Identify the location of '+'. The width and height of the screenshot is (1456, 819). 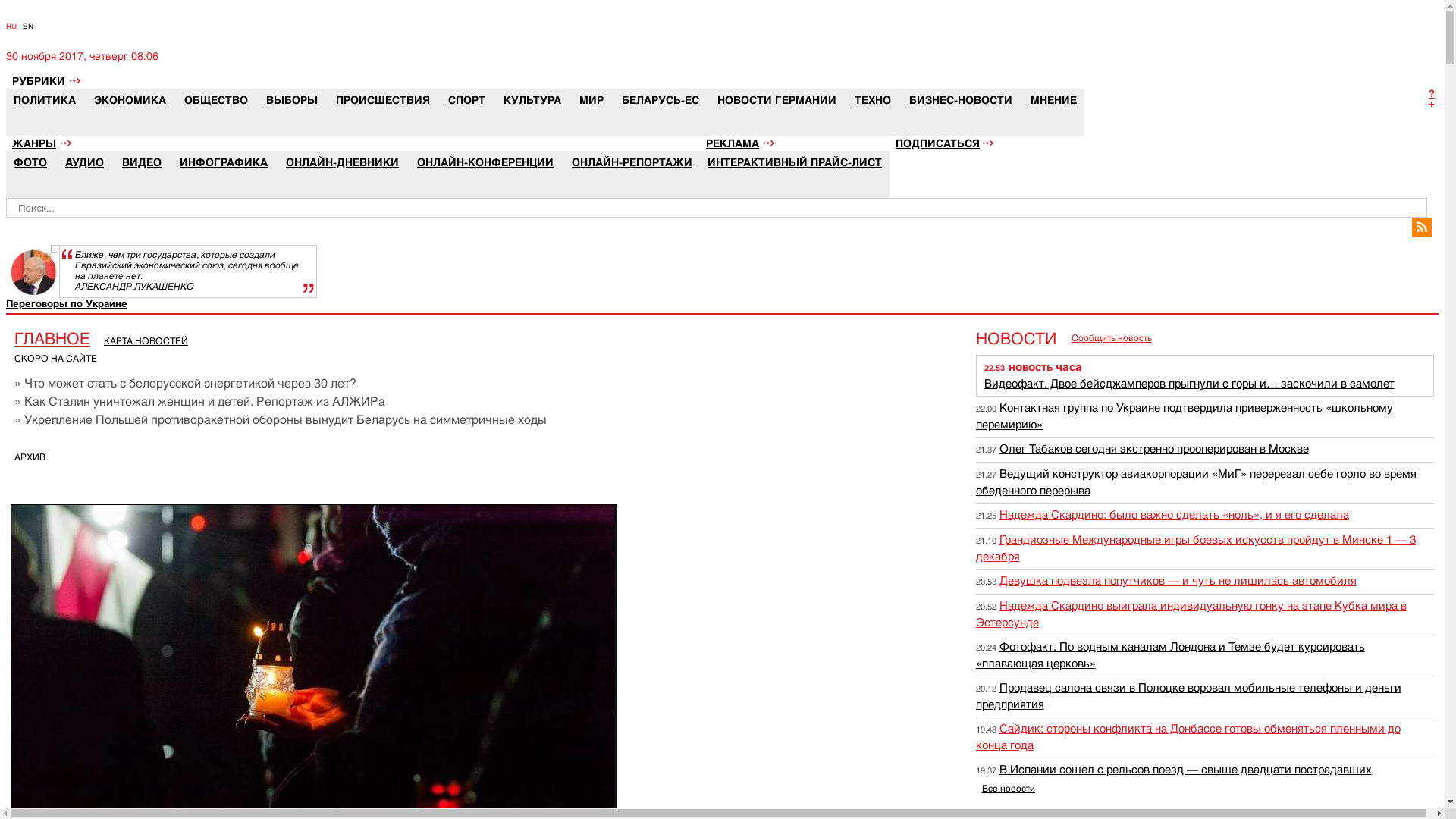
(1432, 102).